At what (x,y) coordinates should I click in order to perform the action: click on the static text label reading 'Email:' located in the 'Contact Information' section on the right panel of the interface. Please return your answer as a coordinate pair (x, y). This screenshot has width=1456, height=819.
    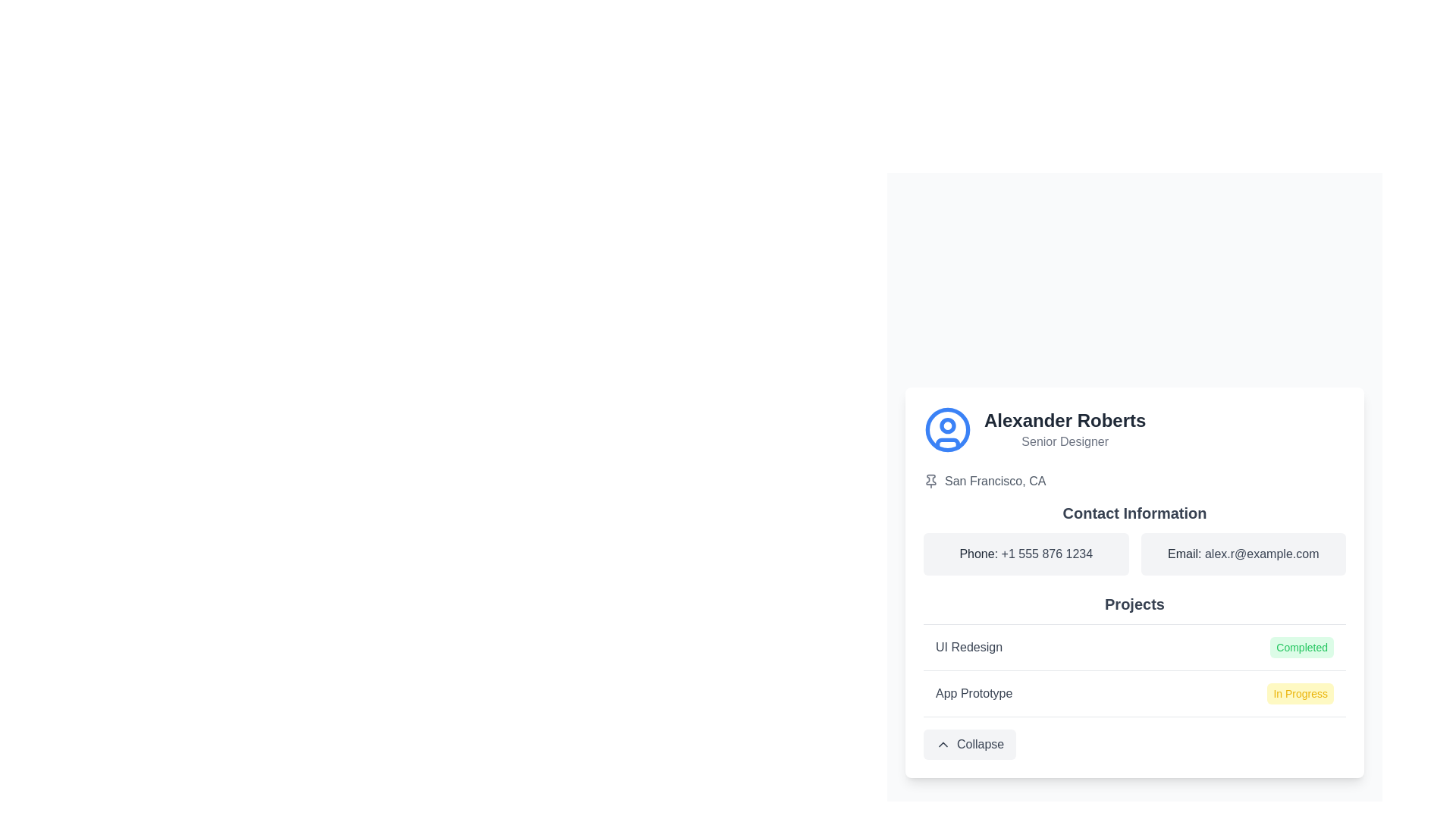
    Looking at the image, I should click on (1185, 553).